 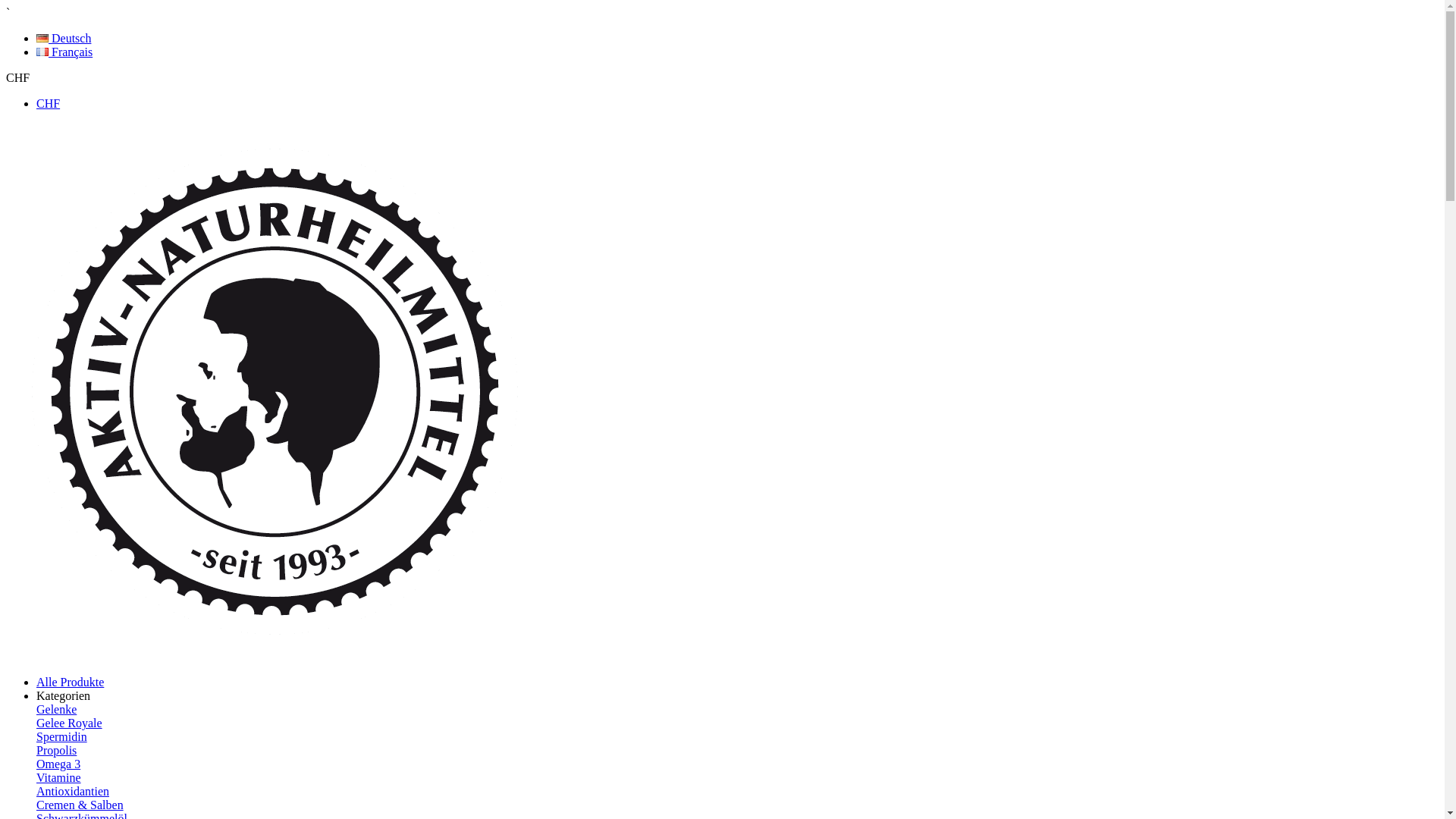 I want to click on 'Propolis', so click(x=56, y=749).